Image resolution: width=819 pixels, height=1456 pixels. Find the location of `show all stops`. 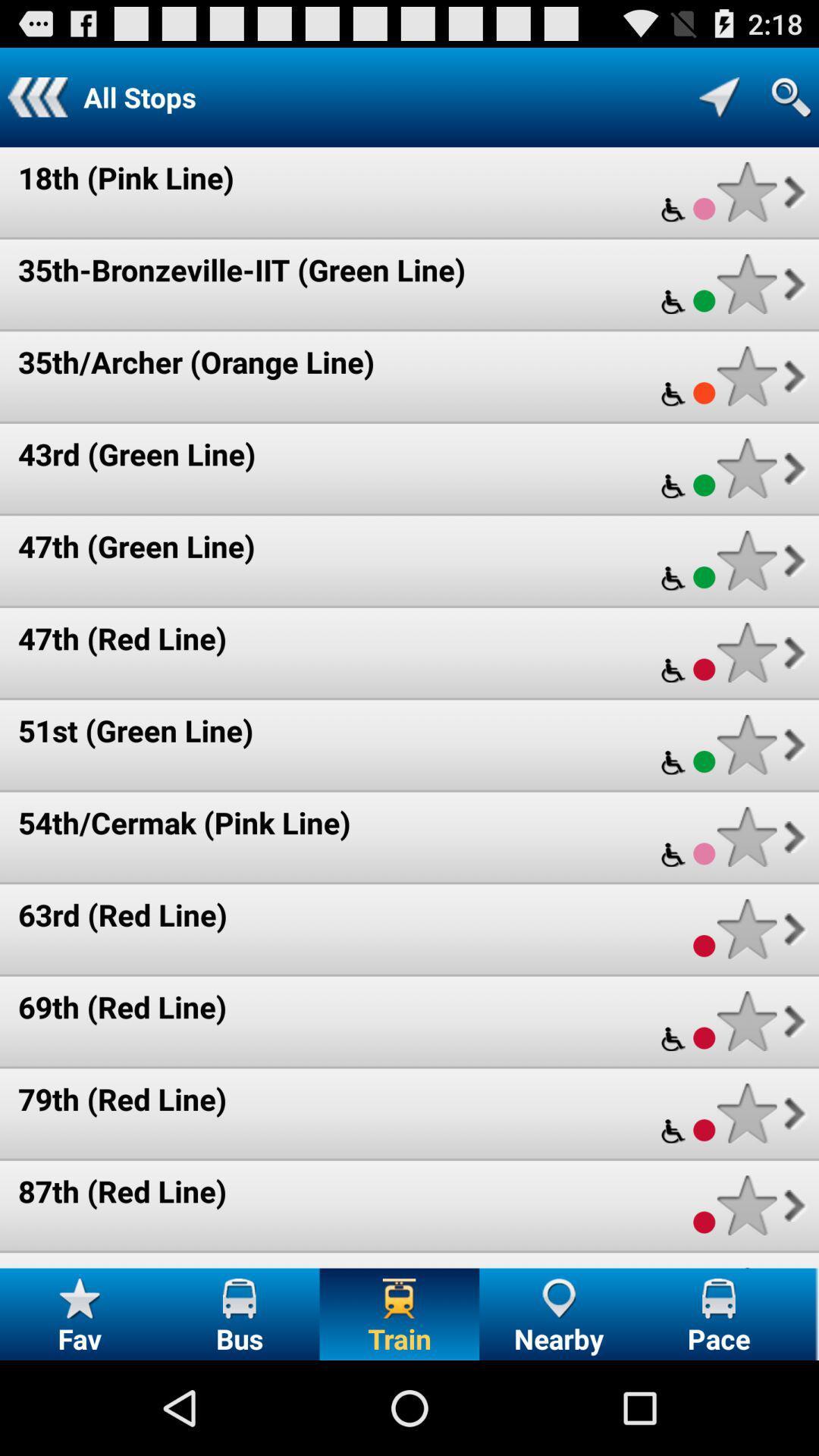

show all stops is located at coordinates (718, 96).